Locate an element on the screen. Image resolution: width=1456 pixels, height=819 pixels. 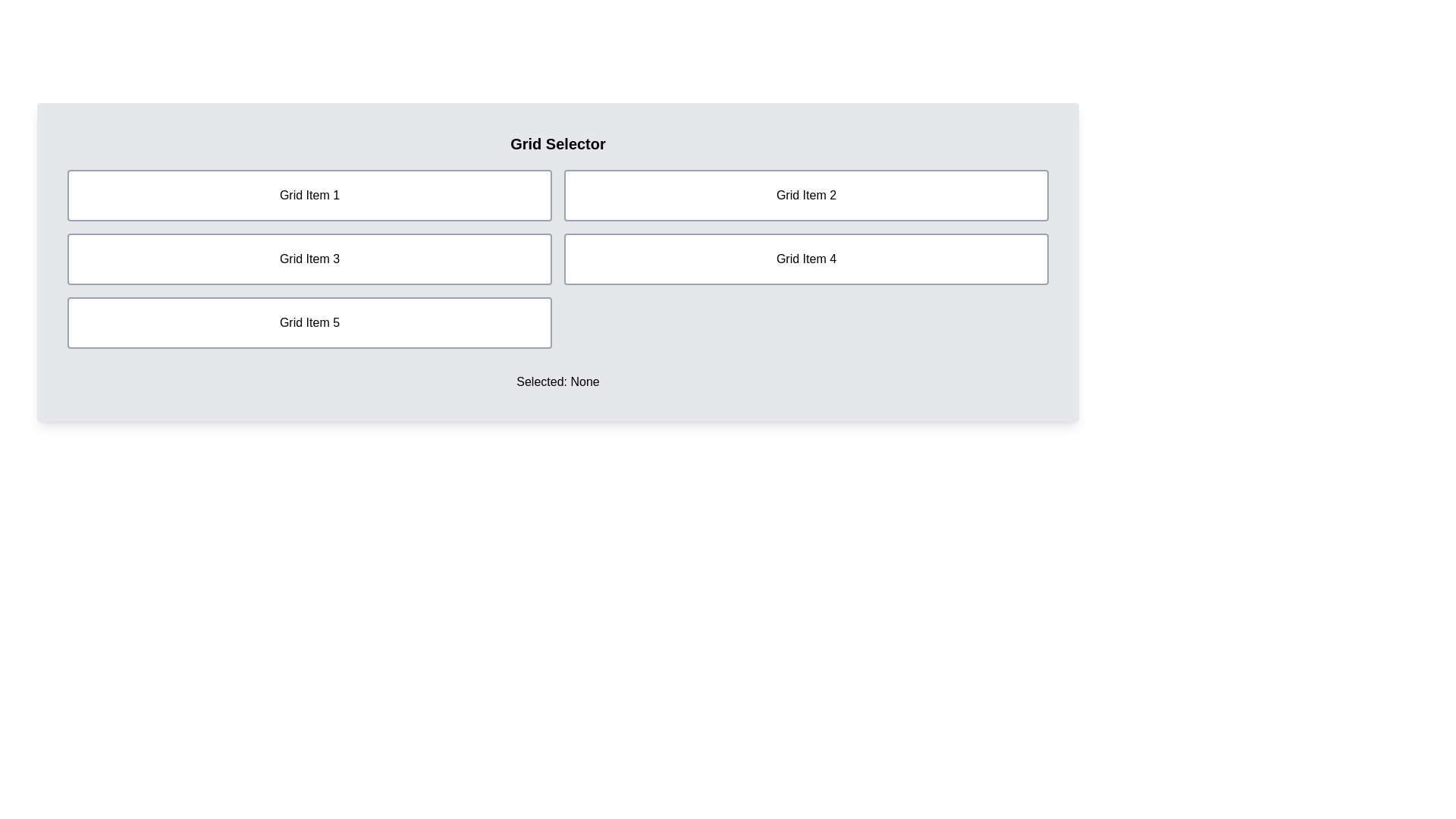
the text label displaying 'Grid Item 5' is located at coordinates (309, 322).